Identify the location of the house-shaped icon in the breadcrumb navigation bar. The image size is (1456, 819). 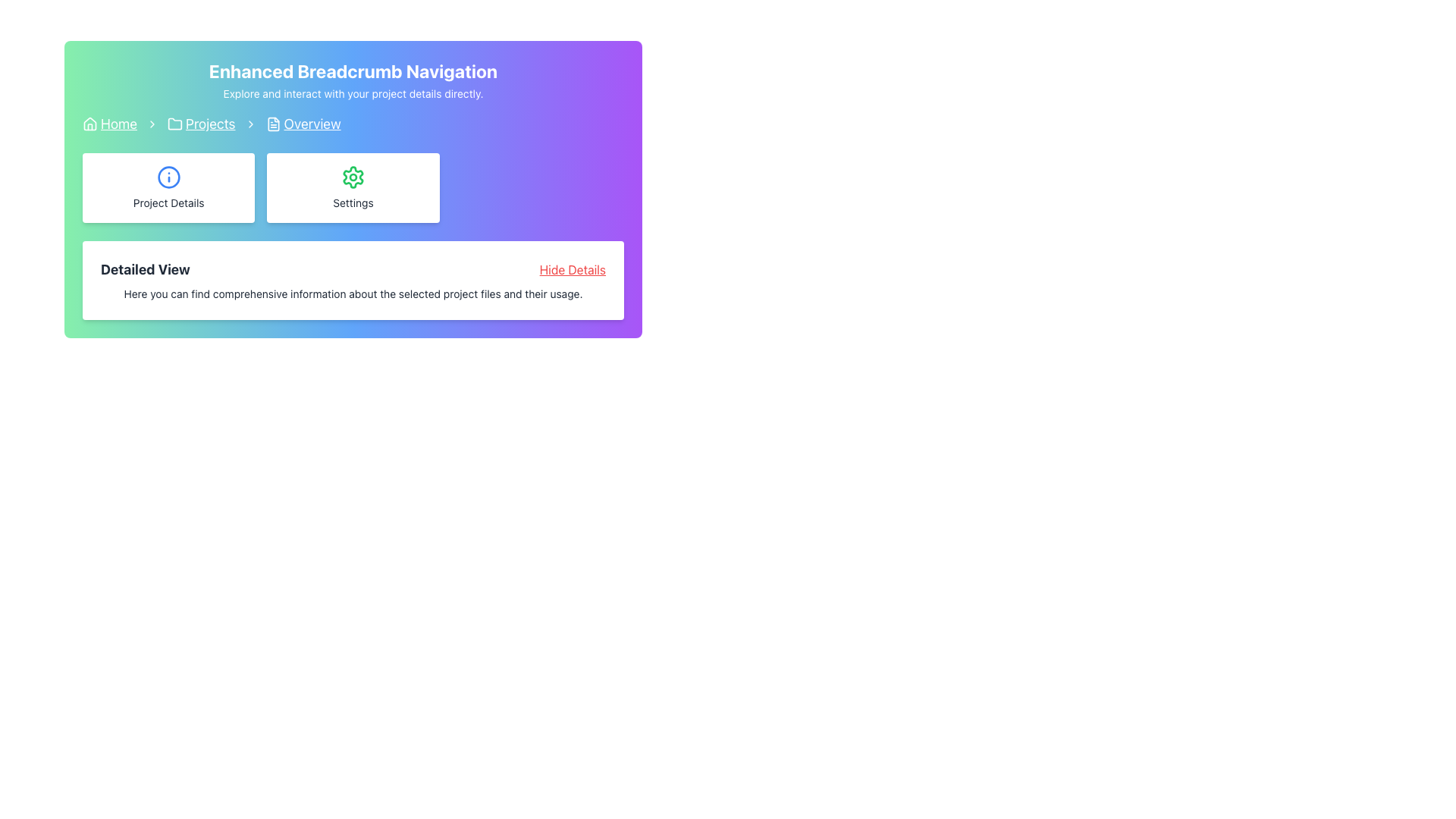
(89, 122).